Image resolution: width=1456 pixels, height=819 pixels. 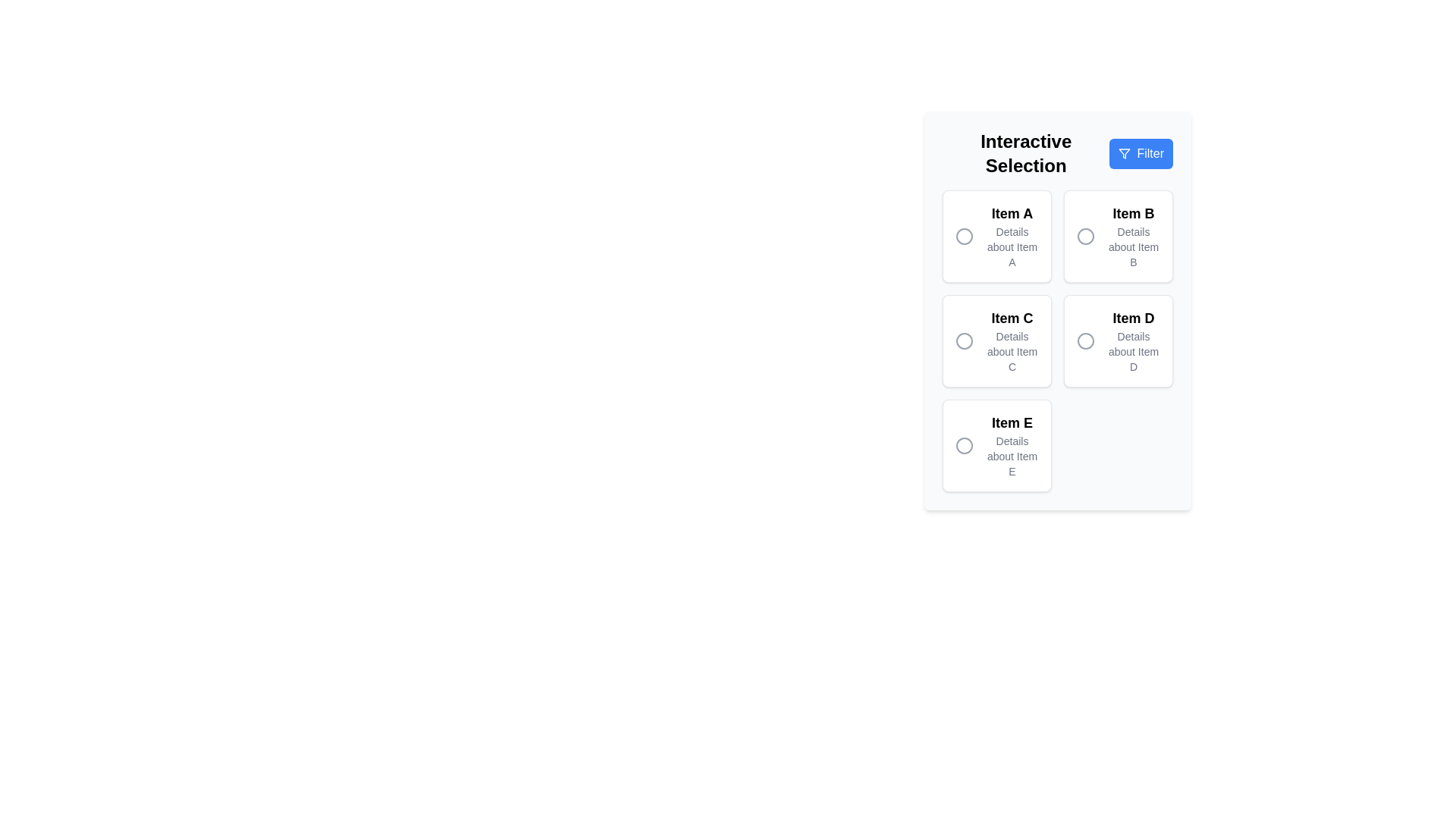 What do you see at coordinates (1084, 341) in the screenshot?
I see `the radio button located in the top-left corner of the 'Item D' card` at bounding box center [1084, 341].